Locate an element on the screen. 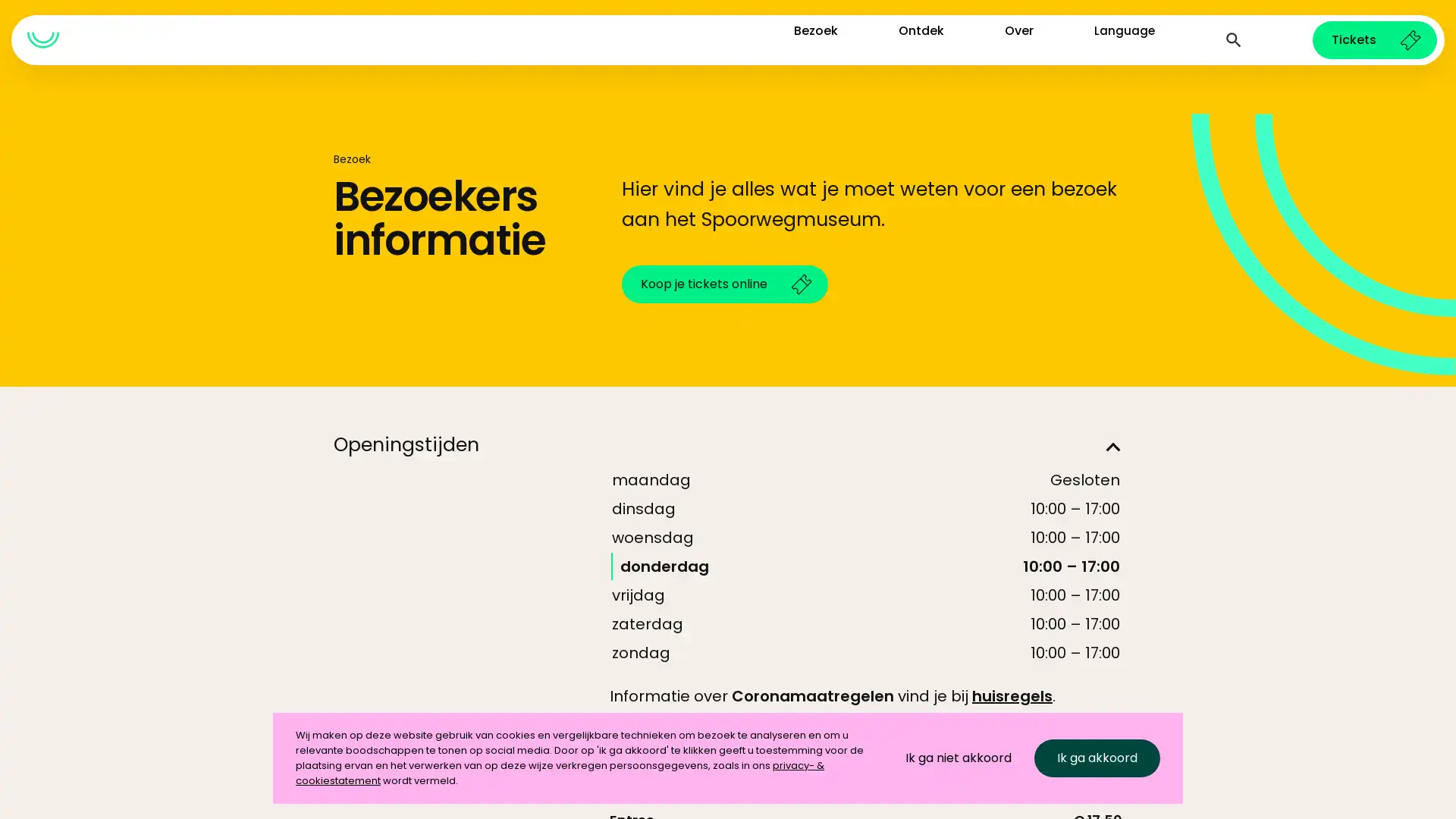 The height and width of the screenshot is (819, 1456). Toegangsprijzen is located at coordinates (728, 786).